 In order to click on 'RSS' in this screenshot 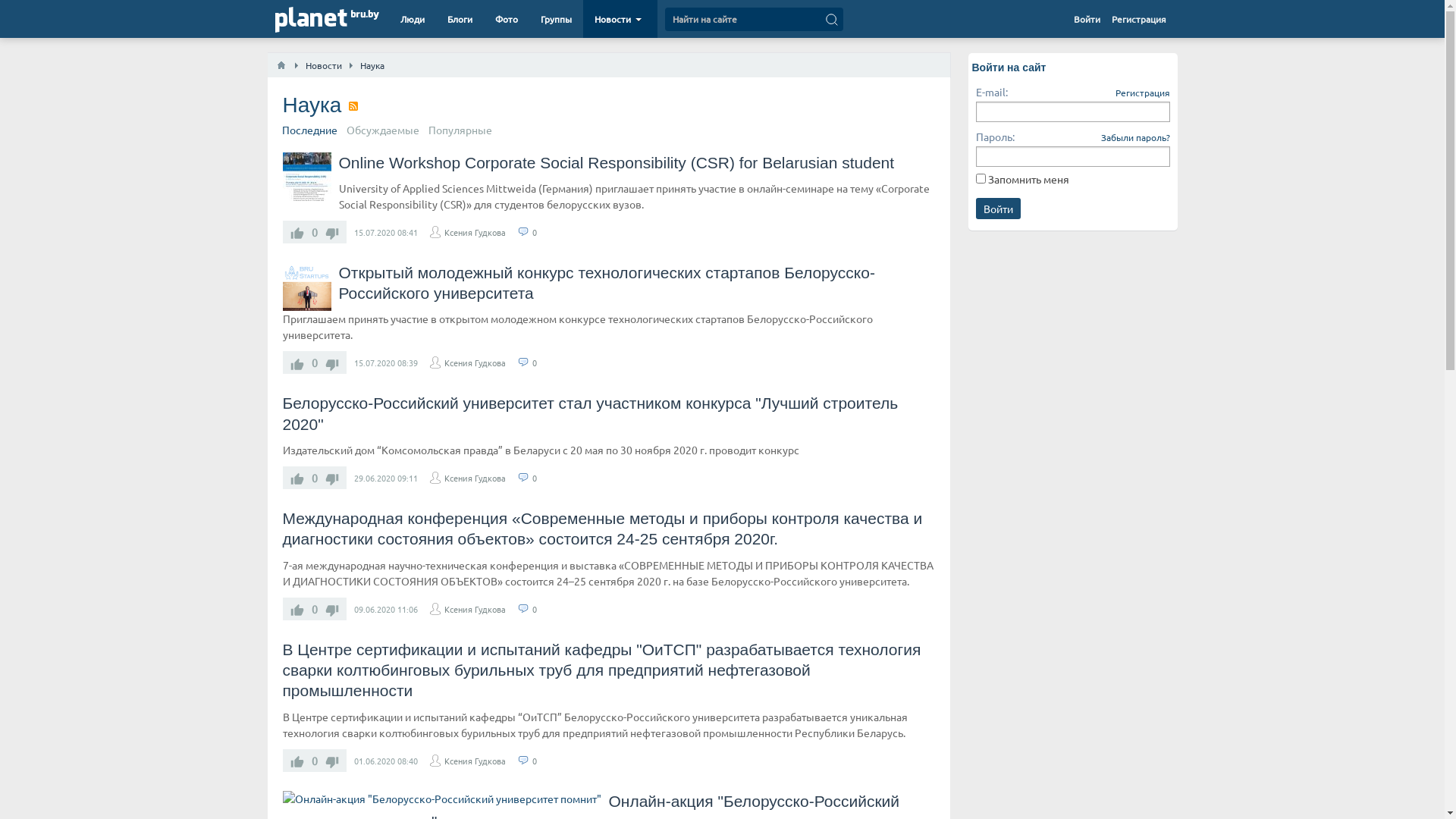, I will do `click(352, 105)`.